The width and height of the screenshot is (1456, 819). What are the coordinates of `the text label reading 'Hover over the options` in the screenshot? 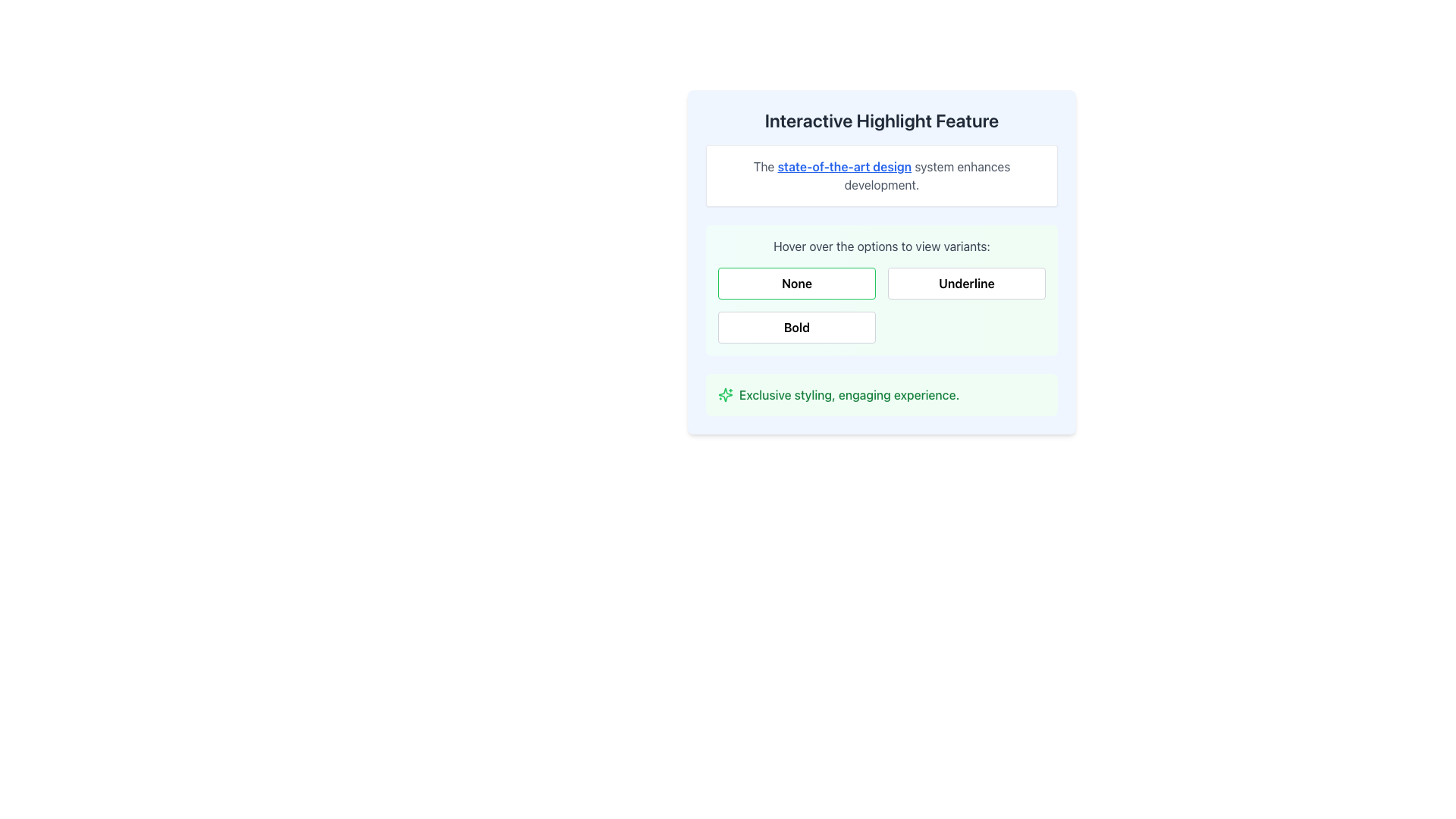 It's located at (881, 245).